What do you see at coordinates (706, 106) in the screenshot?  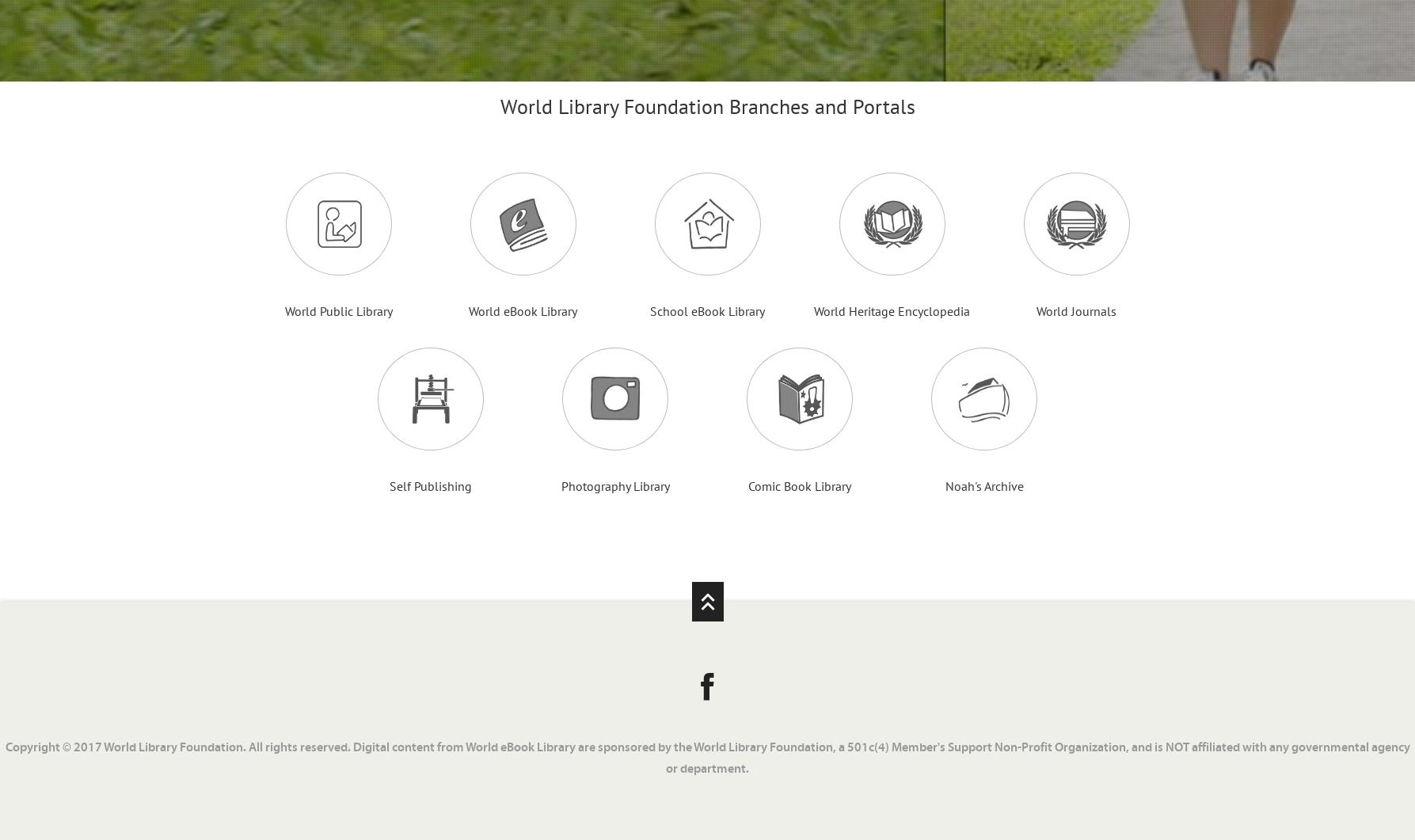 I see `'World Library Foundation Branches and Portals'` at bounding box center [706, 106].